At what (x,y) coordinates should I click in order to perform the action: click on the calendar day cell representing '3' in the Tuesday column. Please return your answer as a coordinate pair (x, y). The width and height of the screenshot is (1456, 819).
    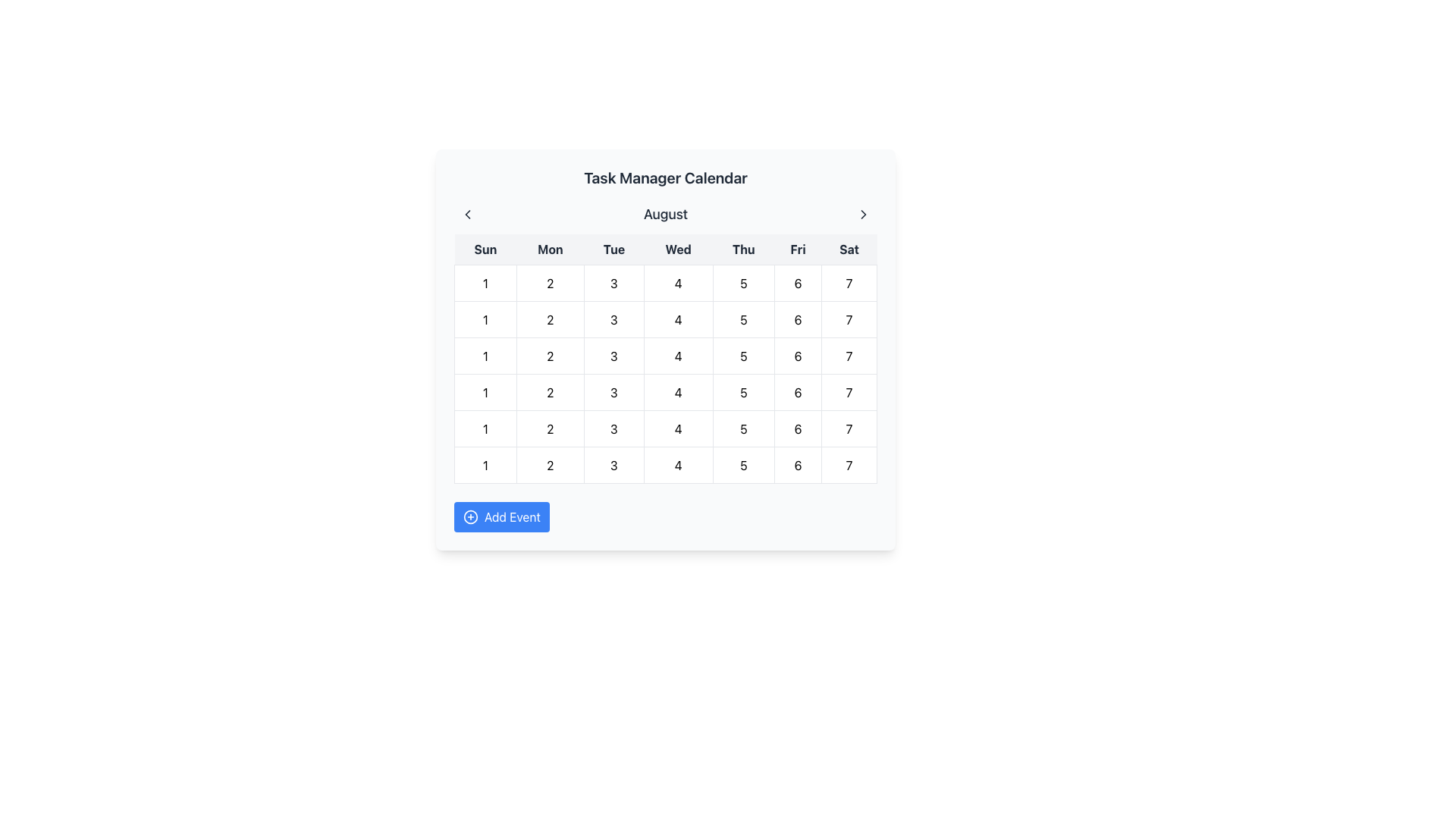
    Looking at the image, I should click on (613, 283).